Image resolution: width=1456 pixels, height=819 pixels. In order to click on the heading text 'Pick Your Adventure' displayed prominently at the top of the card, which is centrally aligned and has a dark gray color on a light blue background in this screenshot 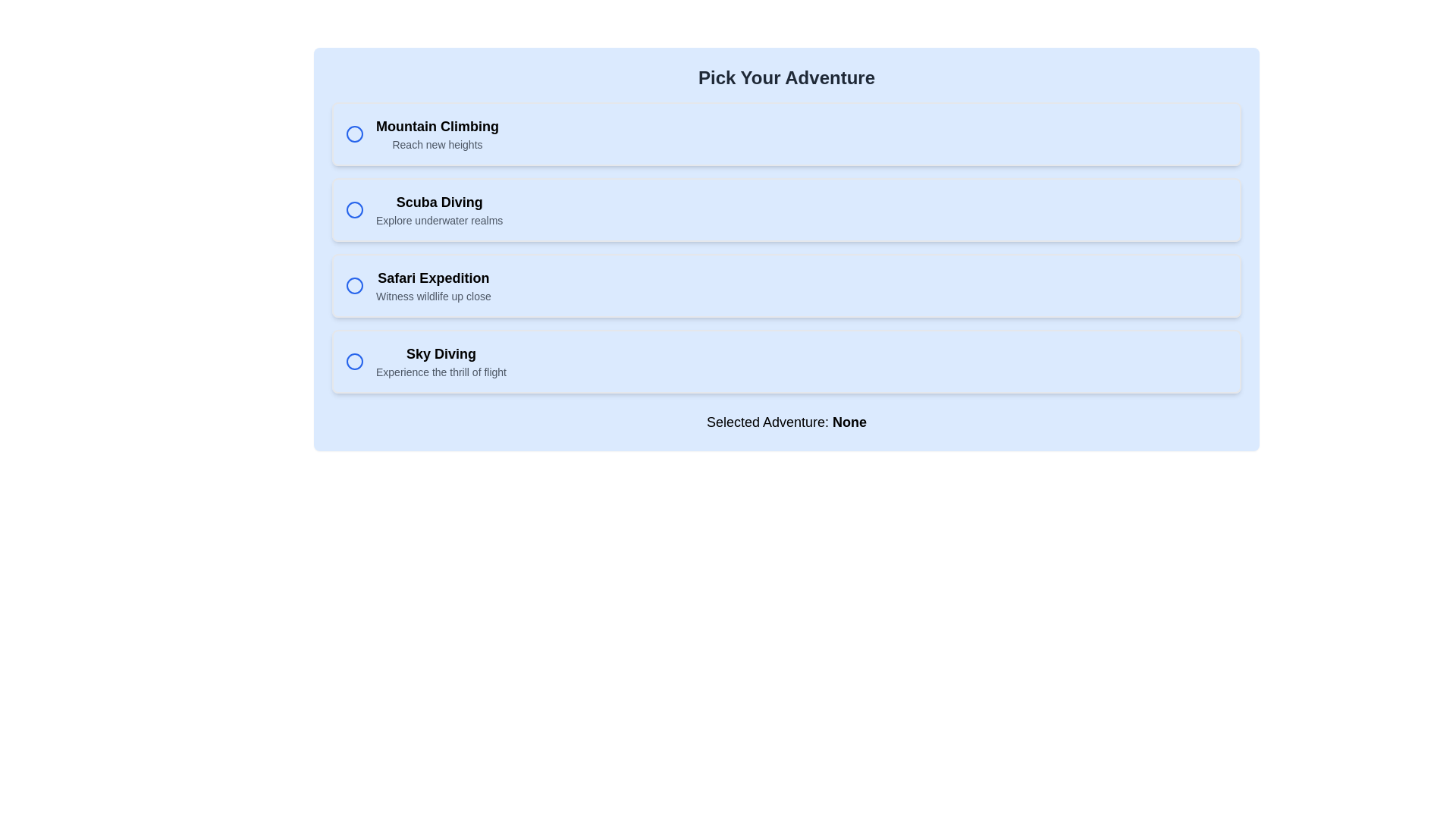, I will do `click(786, 78)`.